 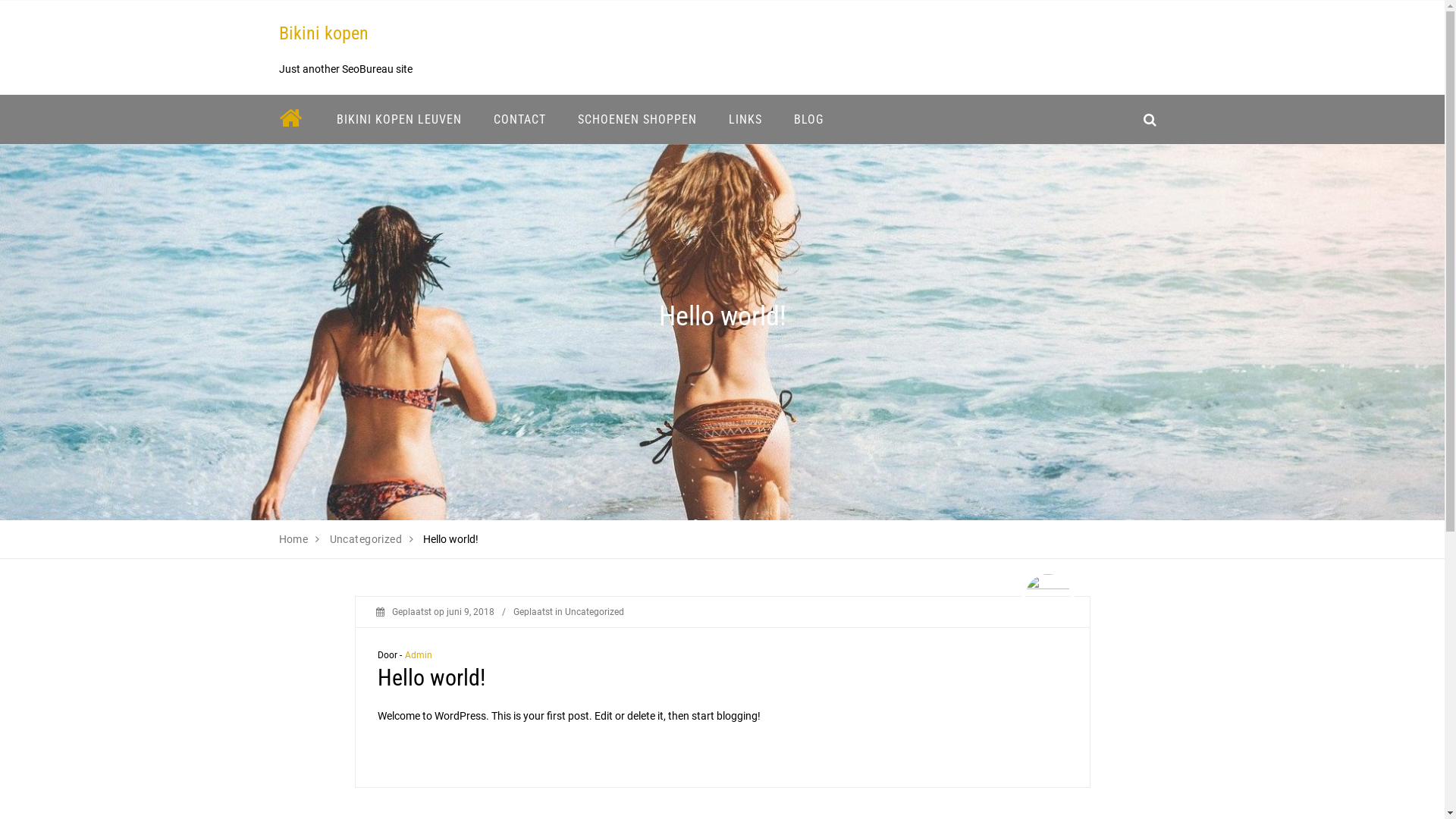 What do you see at coordinates (398, 118) in the screenshot?
I see `'BIKINI KOPEN LEUVEN'` at bounding box center [398, 118].